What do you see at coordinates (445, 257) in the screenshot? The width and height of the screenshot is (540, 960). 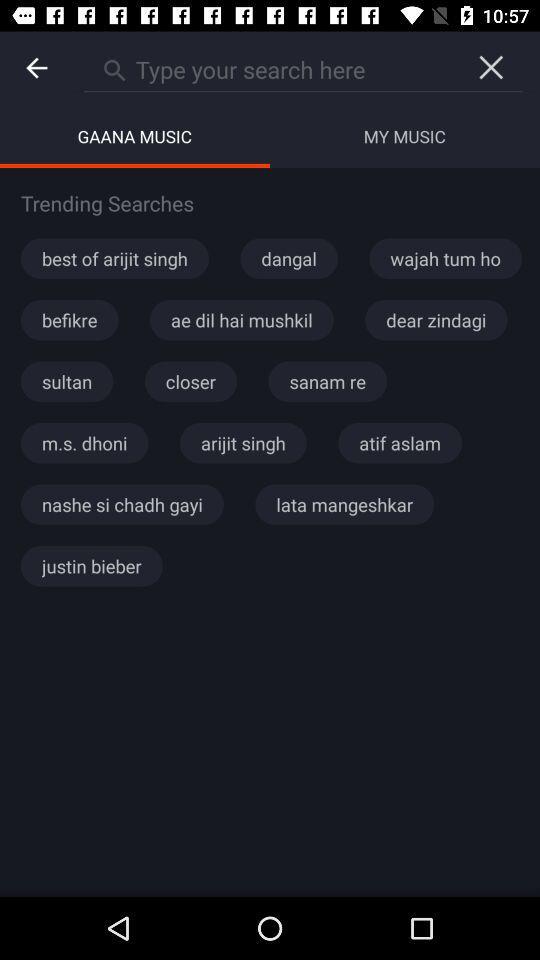 I see `the wajah tum ho icon` at bounding box center [445, 257].